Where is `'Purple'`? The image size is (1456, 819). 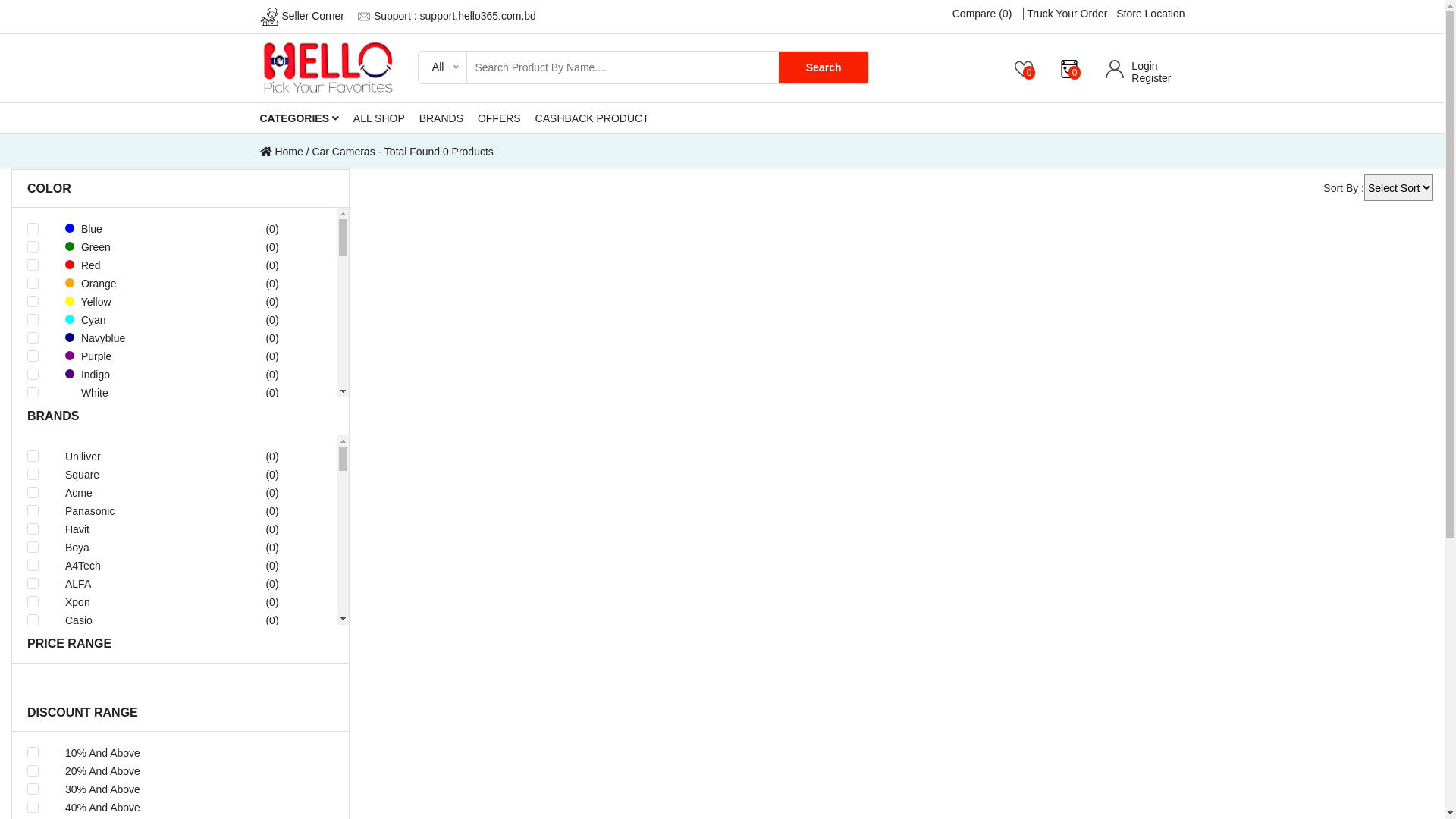 'Purple' is located at coordinates (134, 356).